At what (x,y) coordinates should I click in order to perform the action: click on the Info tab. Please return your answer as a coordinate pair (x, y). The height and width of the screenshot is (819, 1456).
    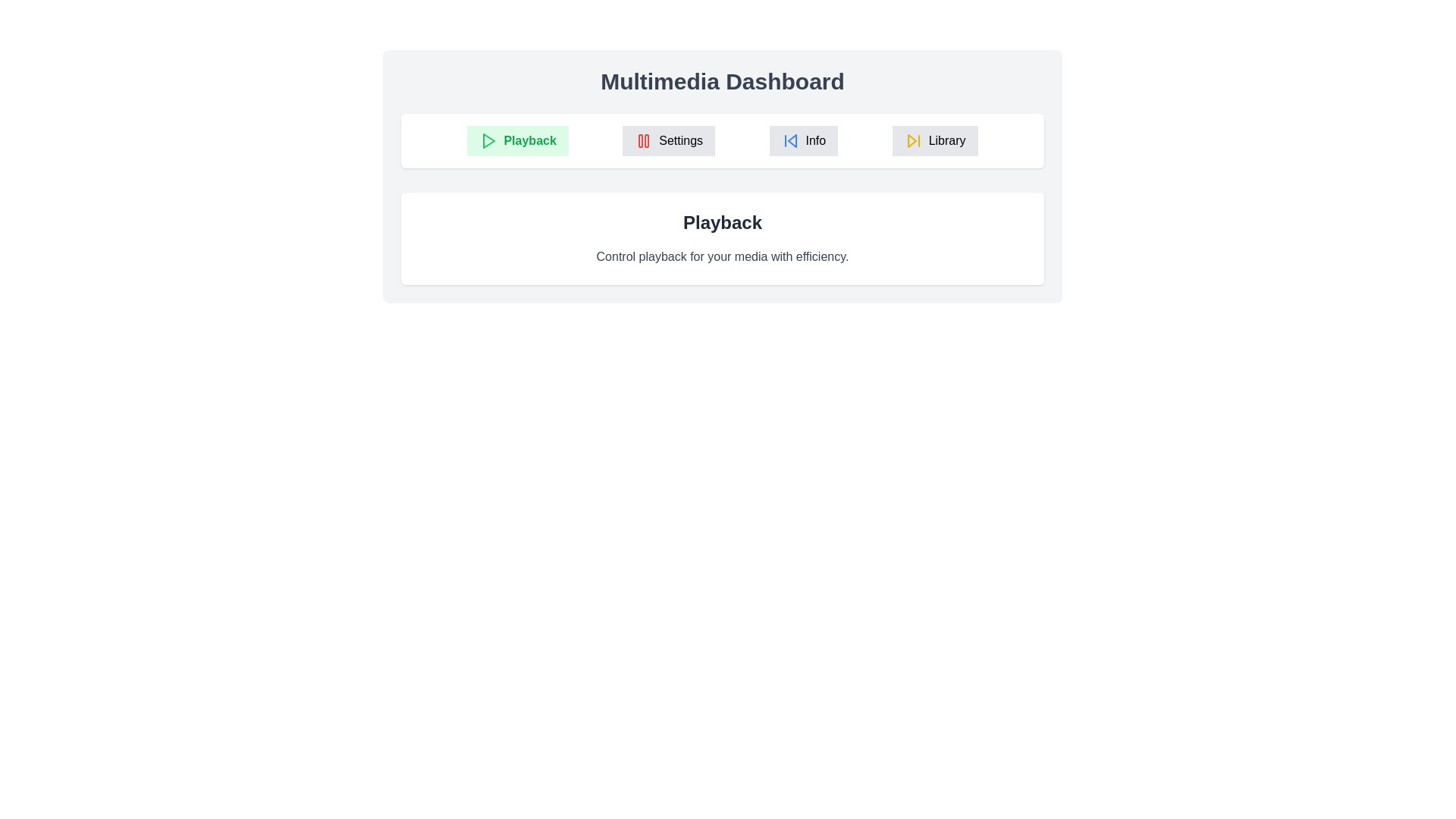
    Looking at the image, I should click on (802, 140).